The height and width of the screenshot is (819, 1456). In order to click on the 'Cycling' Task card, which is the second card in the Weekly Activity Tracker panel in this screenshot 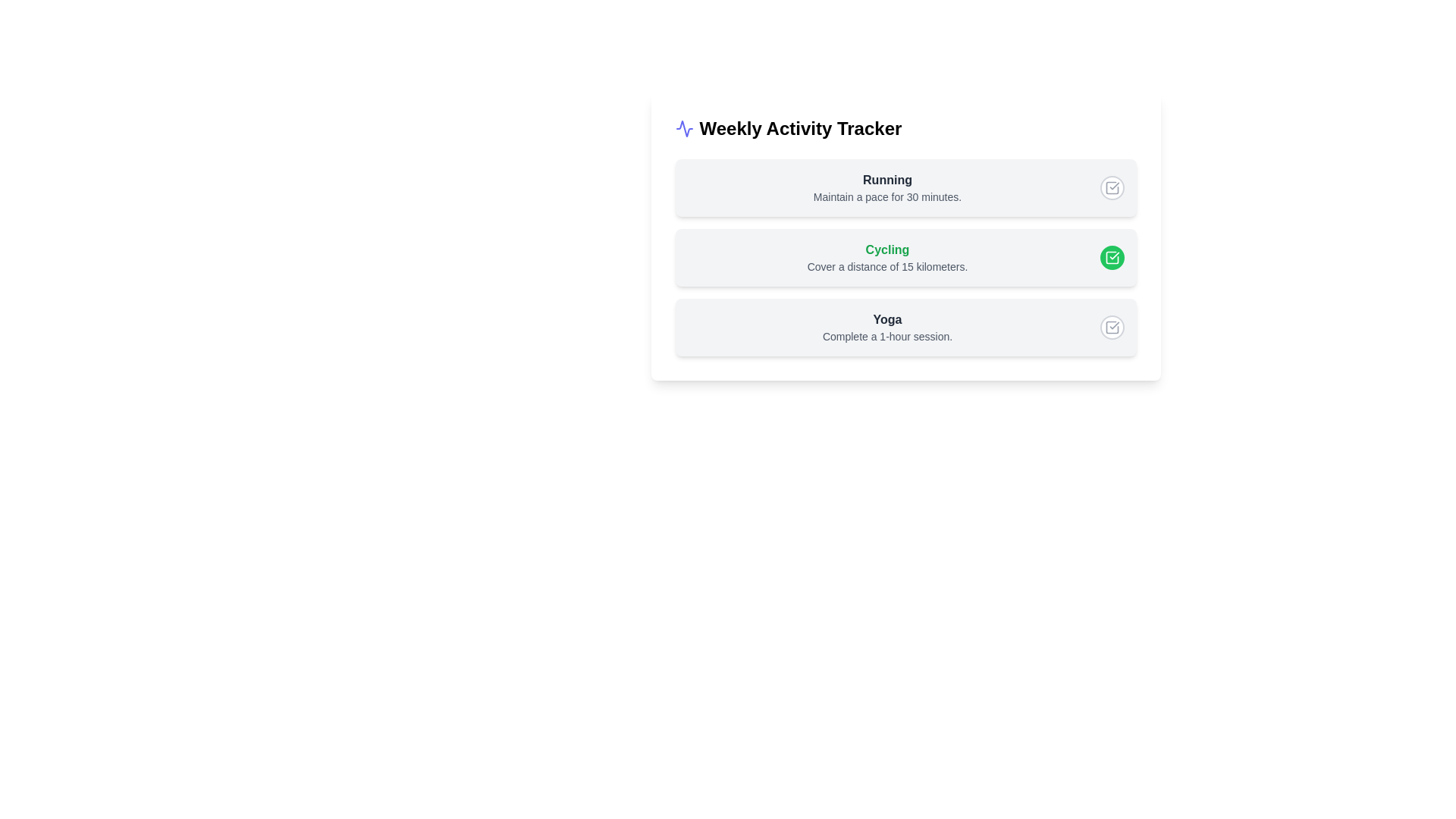, I will do `click(905, 237)`.